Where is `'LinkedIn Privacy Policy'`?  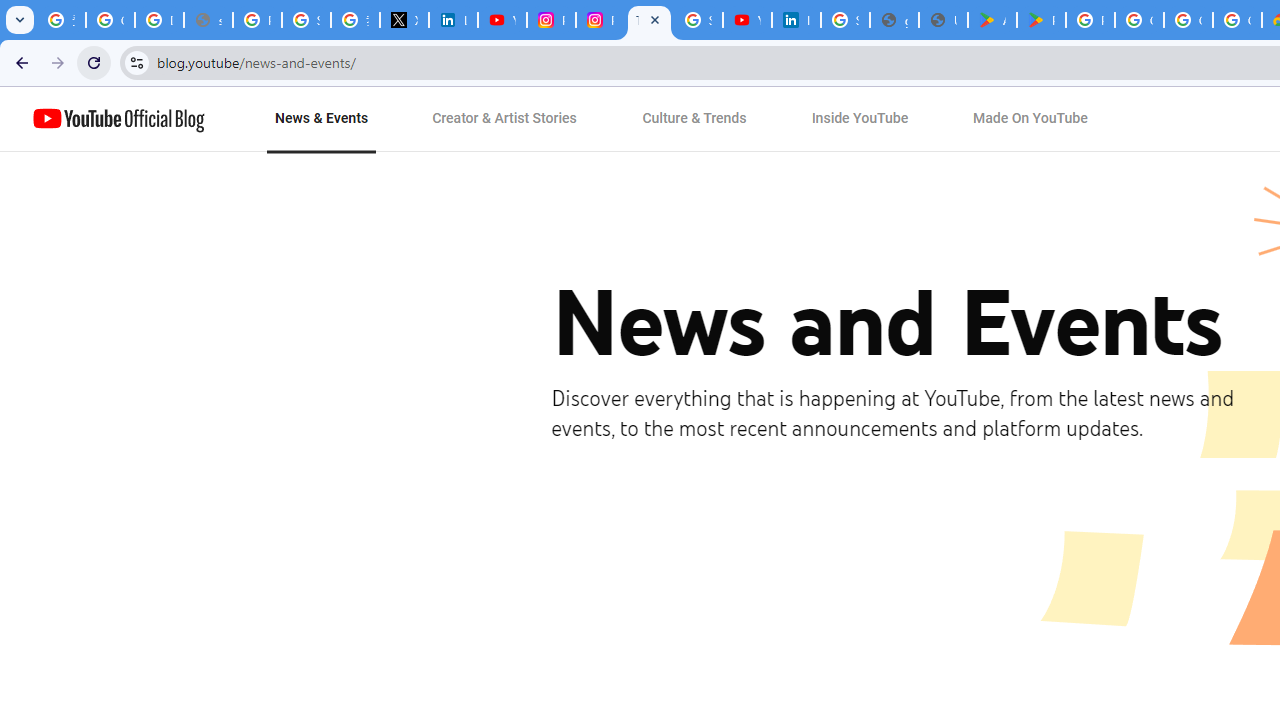 'LinkedIn Privacy Policy' is located at coordinates (452, 20).